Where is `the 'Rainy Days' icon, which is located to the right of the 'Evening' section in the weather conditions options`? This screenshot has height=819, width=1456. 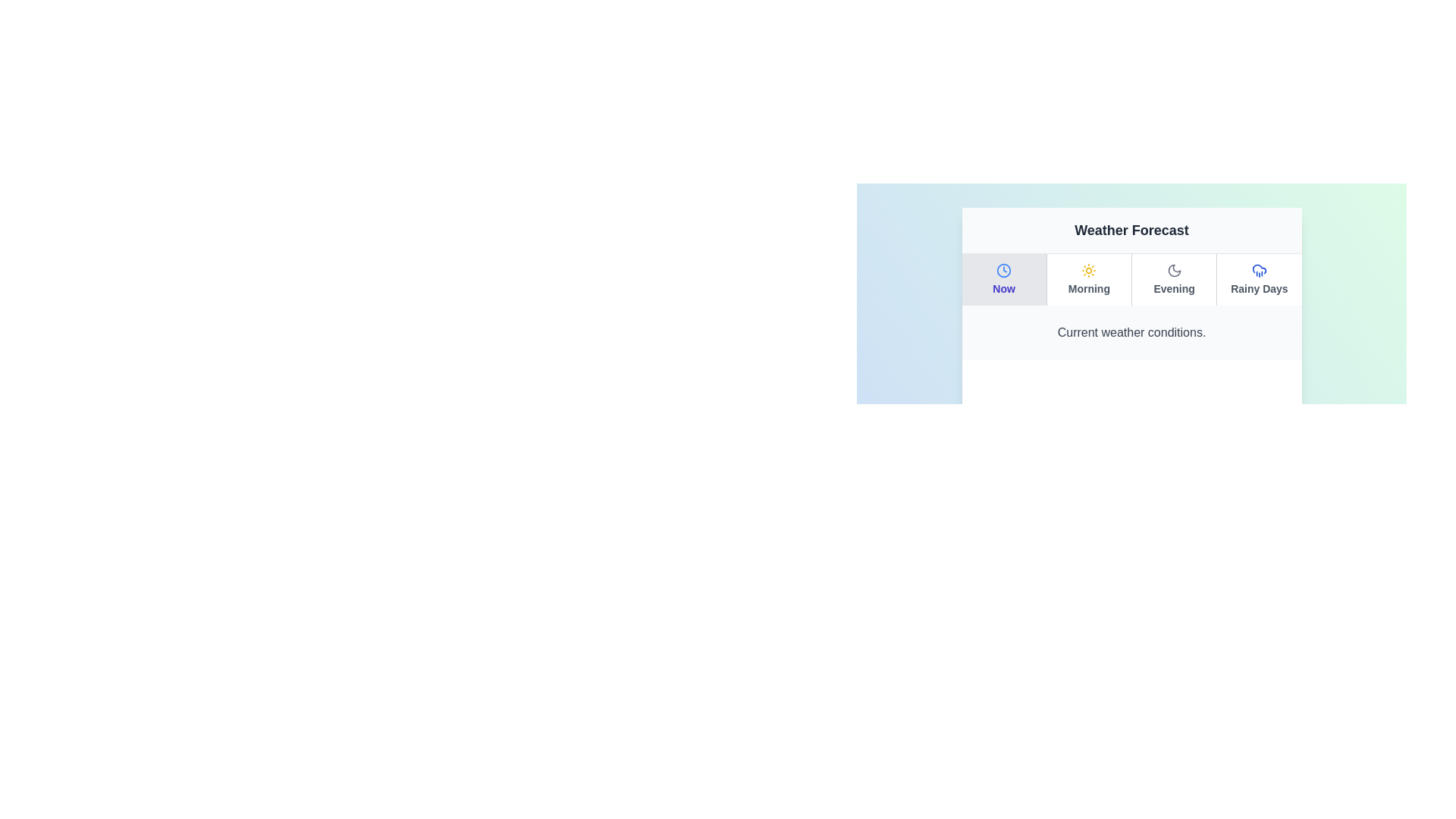 the 'Rainy Days' icon, which is located to the right of the 'Evening' section in the weather conditions options is located at coordinates (1259, 270).